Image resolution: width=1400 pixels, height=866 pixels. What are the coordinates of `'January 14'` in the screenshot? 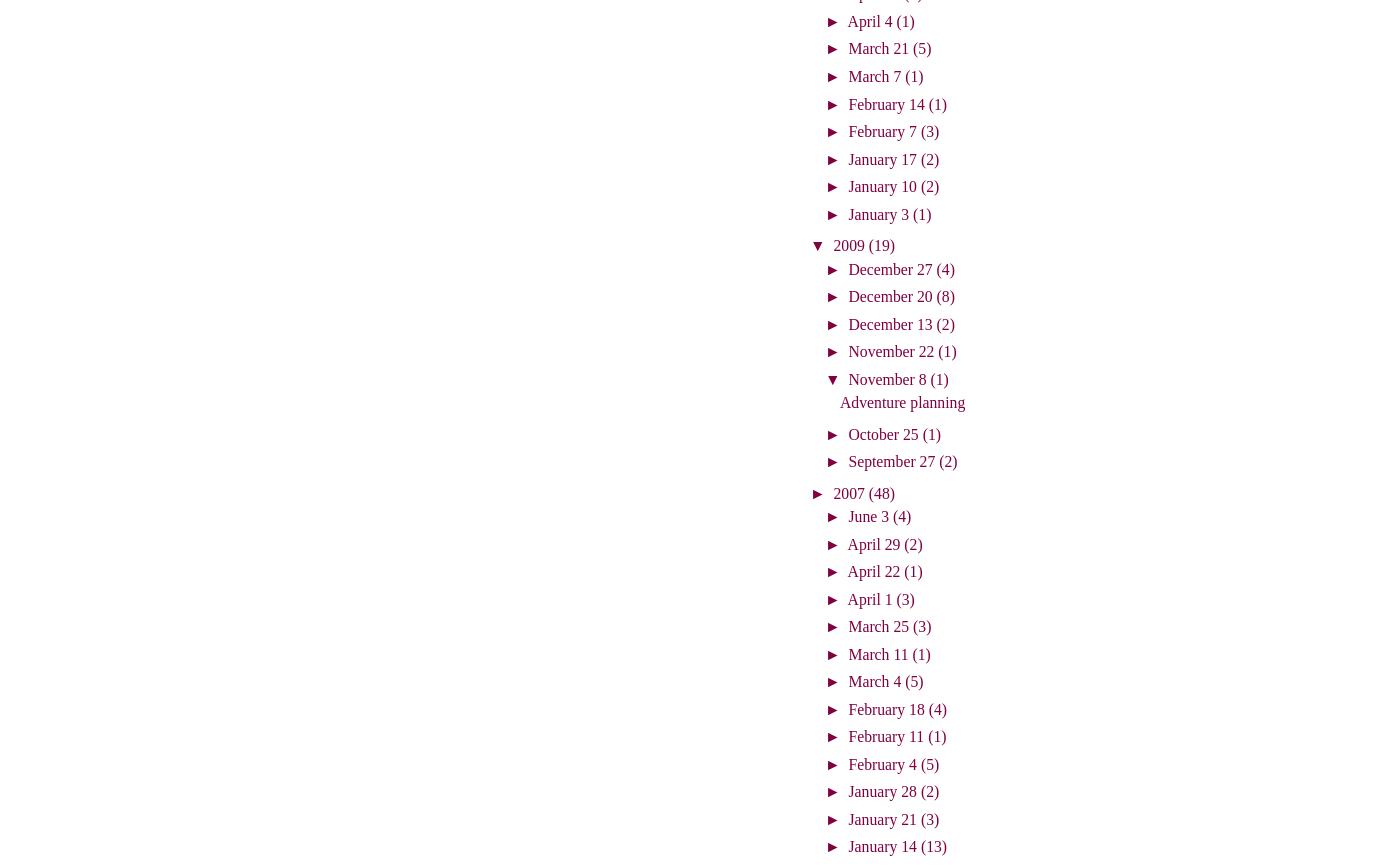 It's located at (882, 845).